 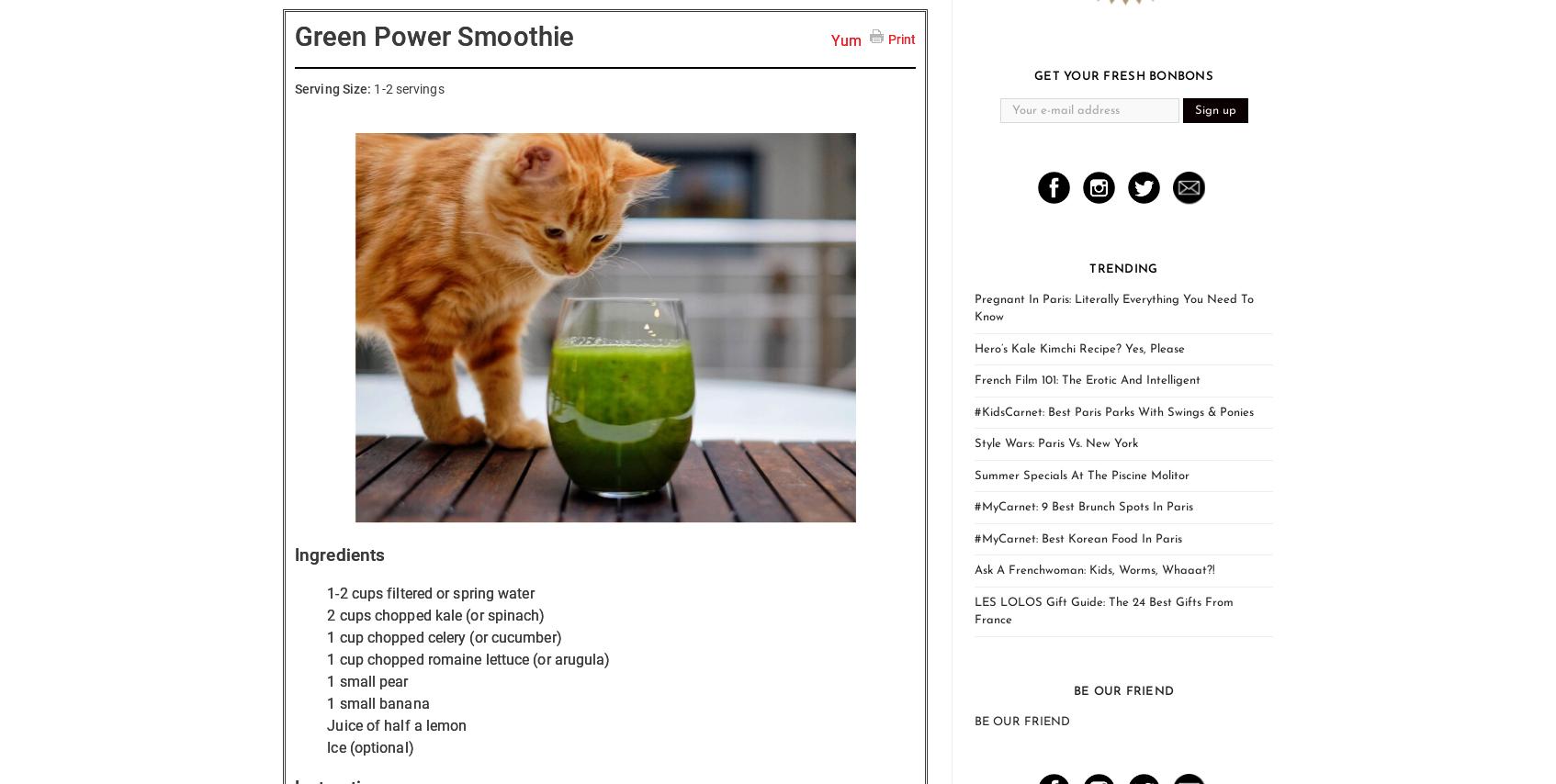 What do you see at coordinates (1095, 569) in the screenshot?
I see `'Ask A Frenchwoman: Kids, Worms, Whaaat?!'` at bounding box center [1095, 569].